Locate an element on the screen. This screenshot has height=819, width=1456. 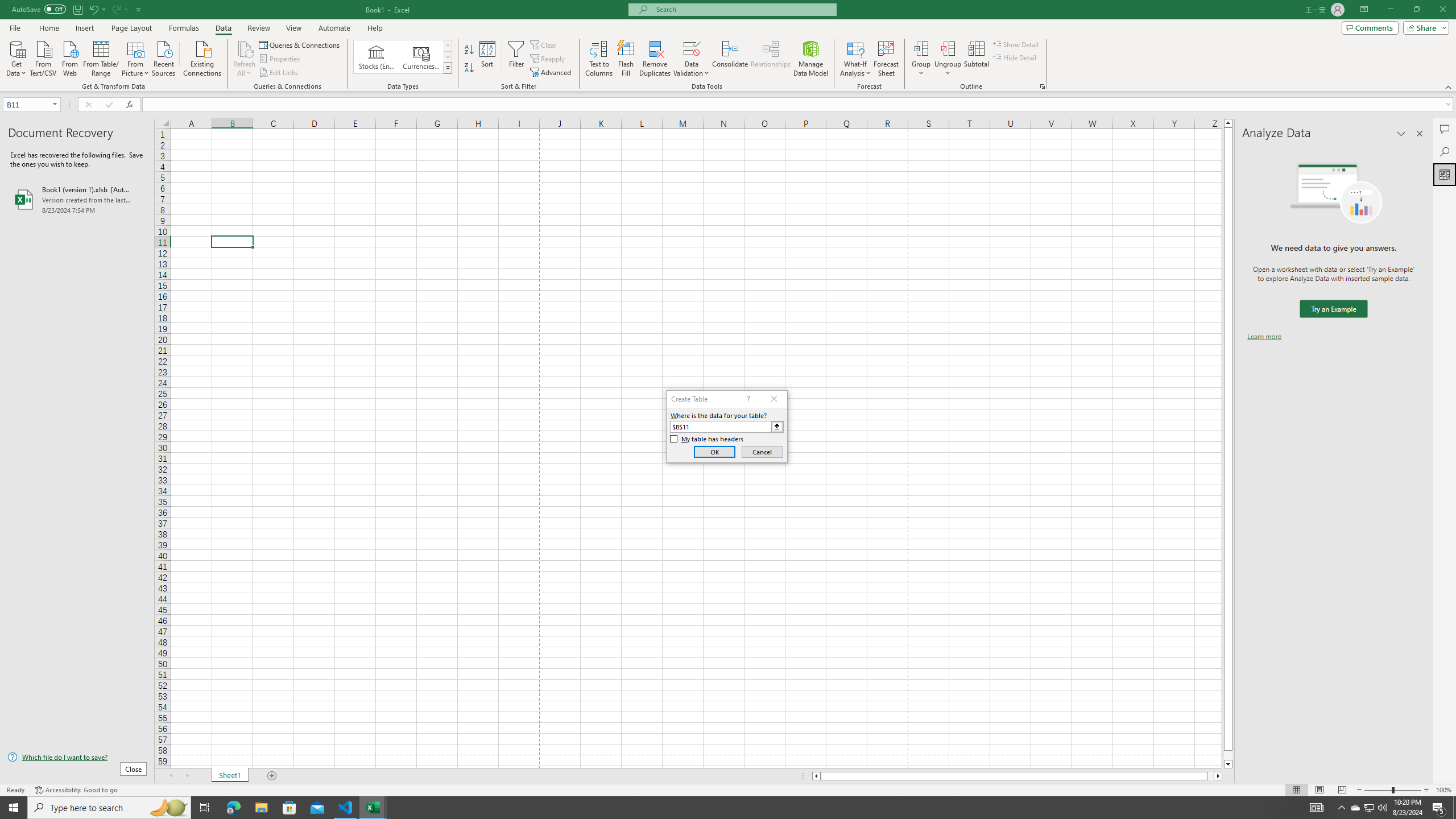
'Manage Data Model' is located at coordinates (810, 59).